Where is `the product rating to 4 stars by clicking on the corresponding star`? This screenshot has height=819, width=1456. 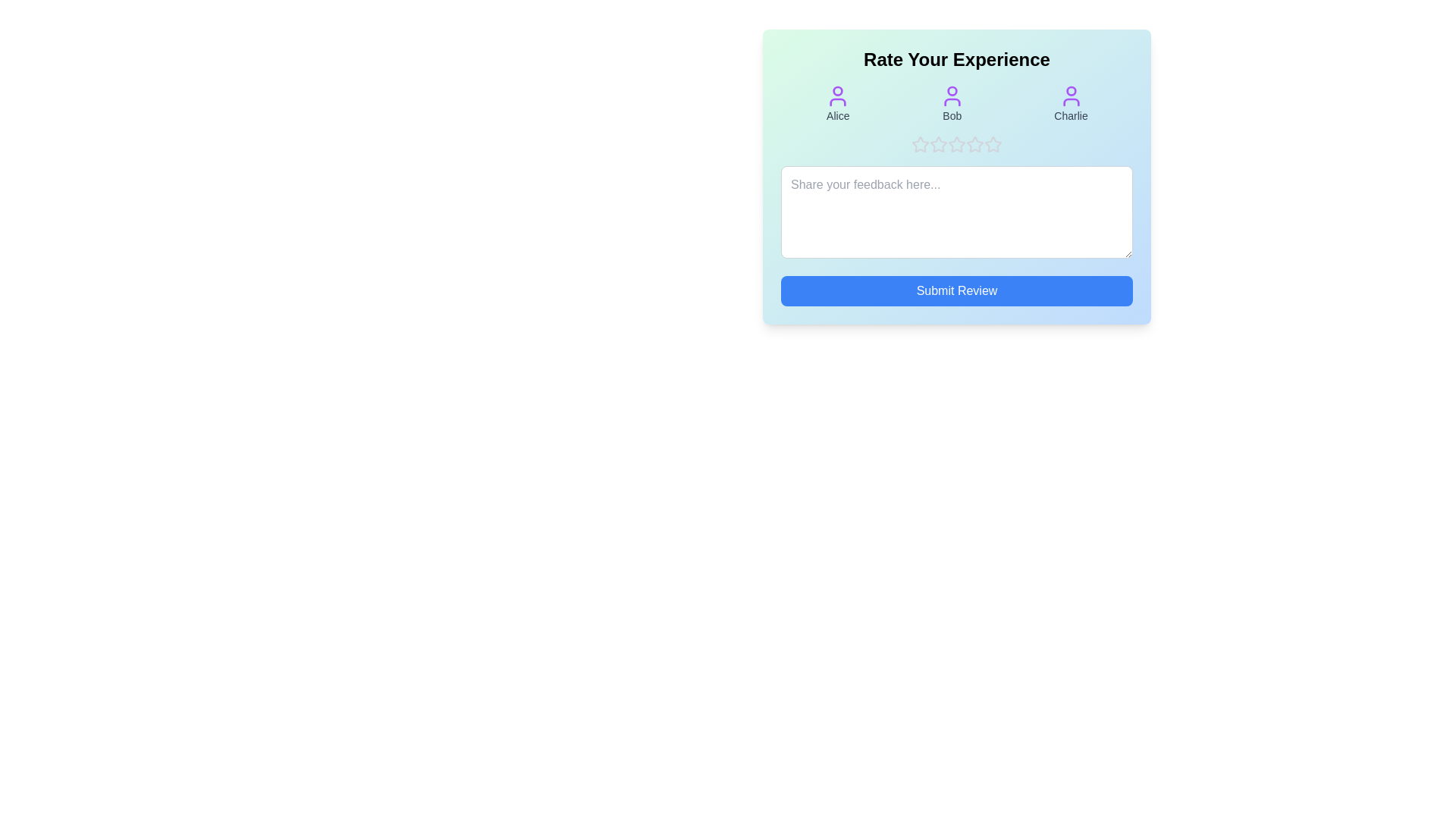 the product rating to 4 stars by clicking on the corresponding star is located at coordinates (975, 145).